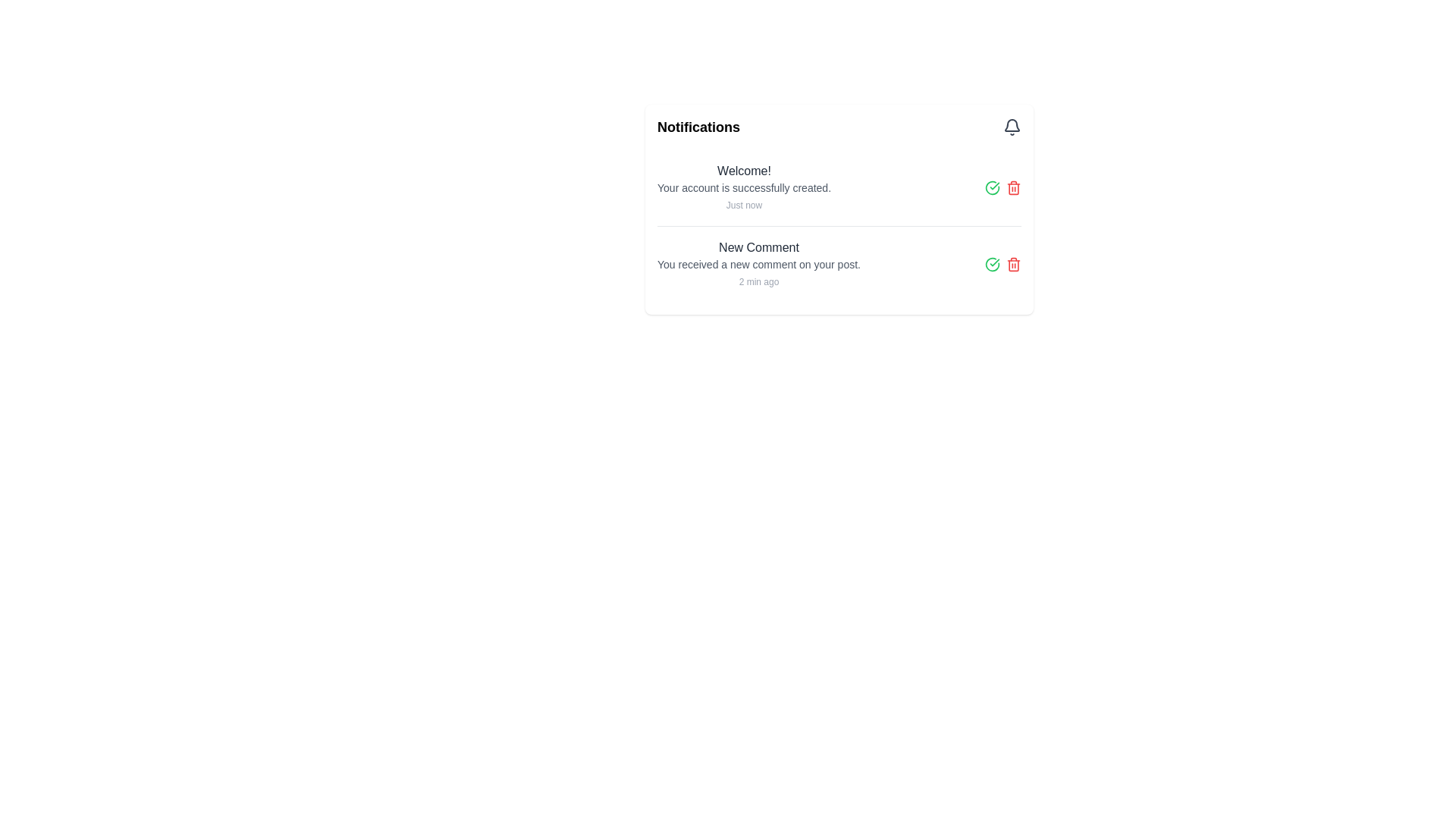 The height and width of the screenshot is (819, 1456). Describe the element at coordinates (1014, 187) in the screenshot. I see `the delete action button located in the top notification row, to the right of the green checkmark icon` at that location.